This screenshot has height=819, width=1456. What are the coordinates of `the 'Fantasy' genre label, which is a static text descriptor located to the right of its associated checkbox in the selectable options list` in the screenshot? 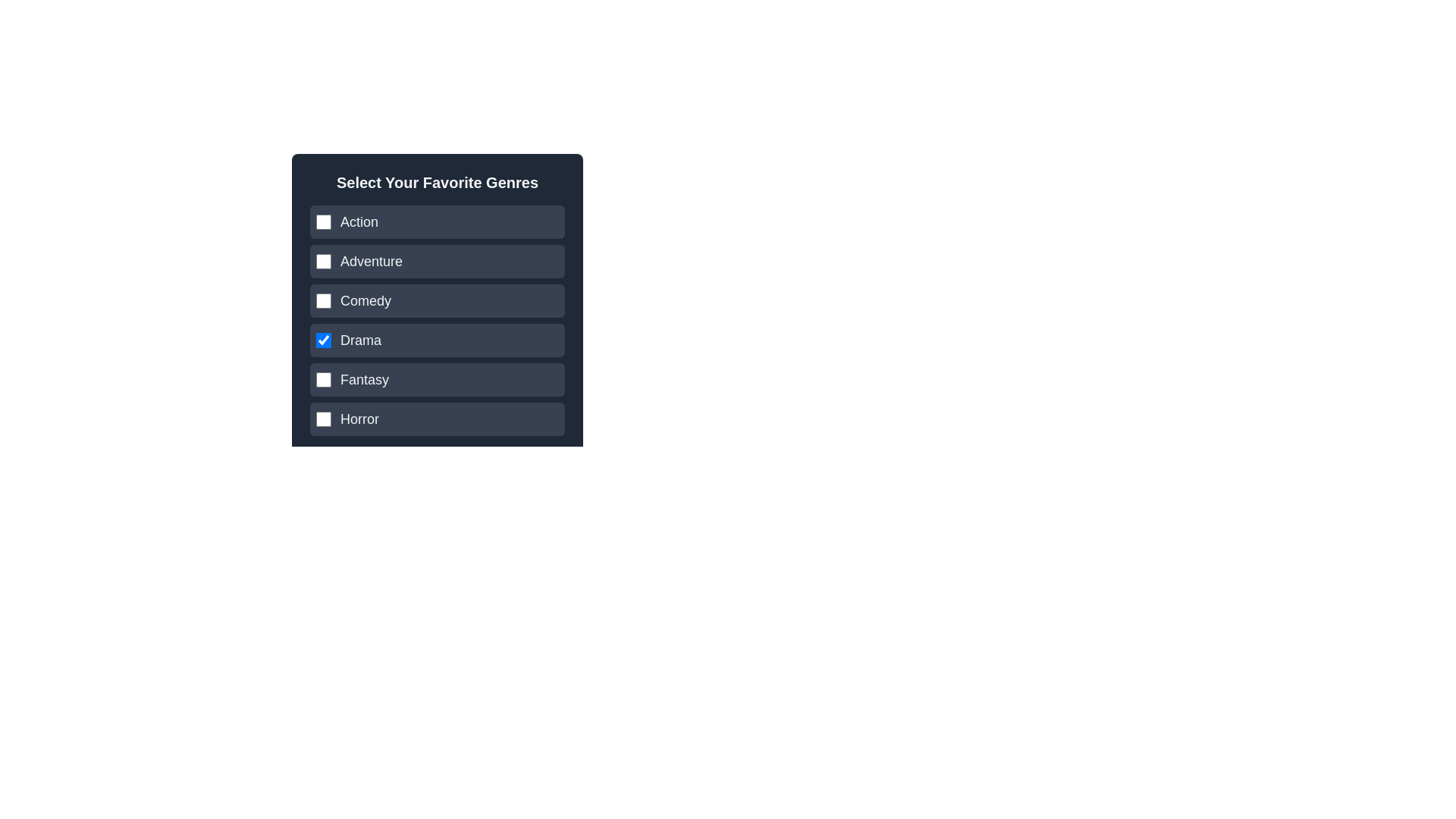 It's located at (364, 379).